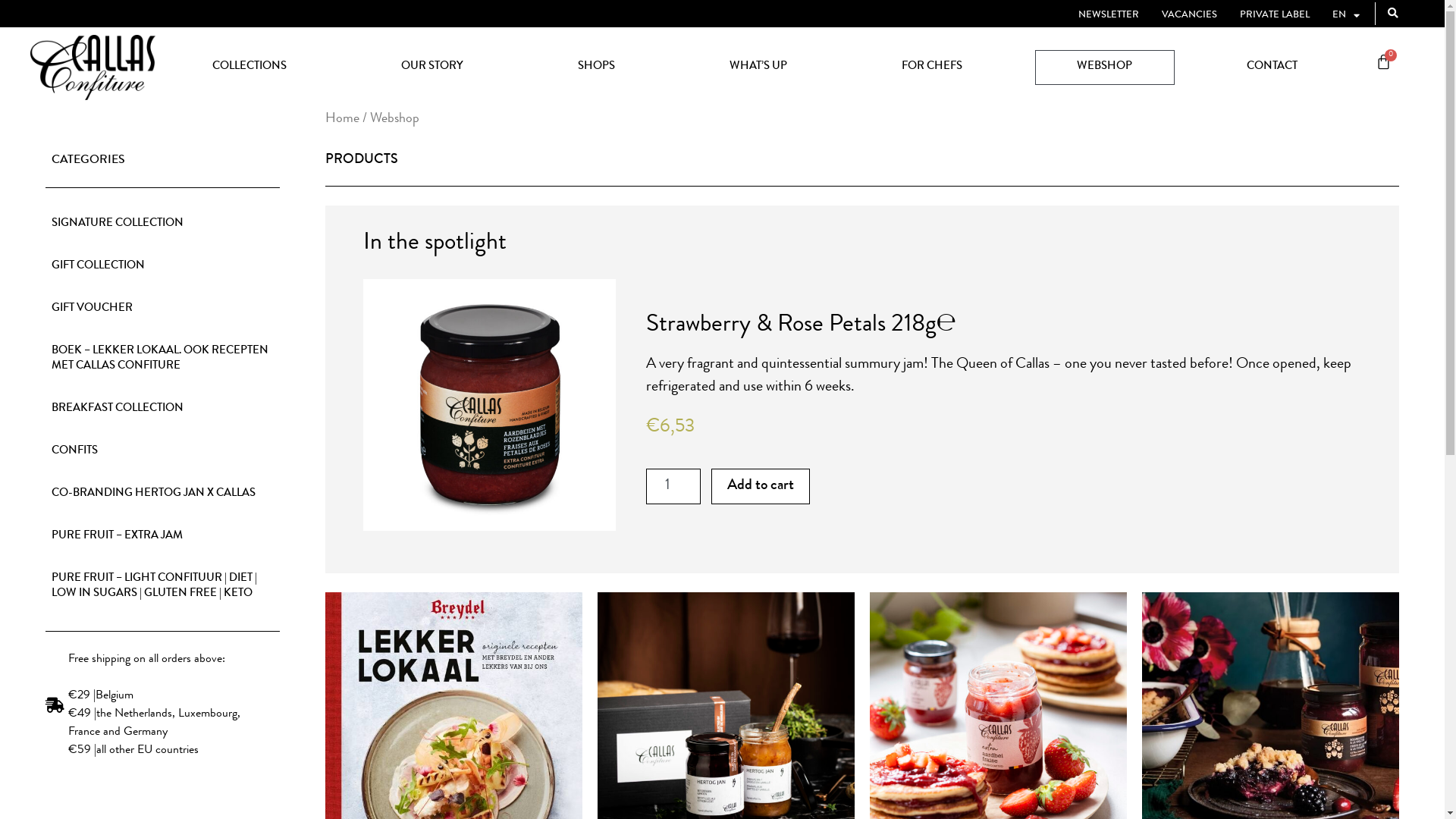 The height and width of the screenshot is (819, 1456). Describe the element at coordinates (162, 265) in the screenshot. I see `'GIFT COLLECTION'` at that location.